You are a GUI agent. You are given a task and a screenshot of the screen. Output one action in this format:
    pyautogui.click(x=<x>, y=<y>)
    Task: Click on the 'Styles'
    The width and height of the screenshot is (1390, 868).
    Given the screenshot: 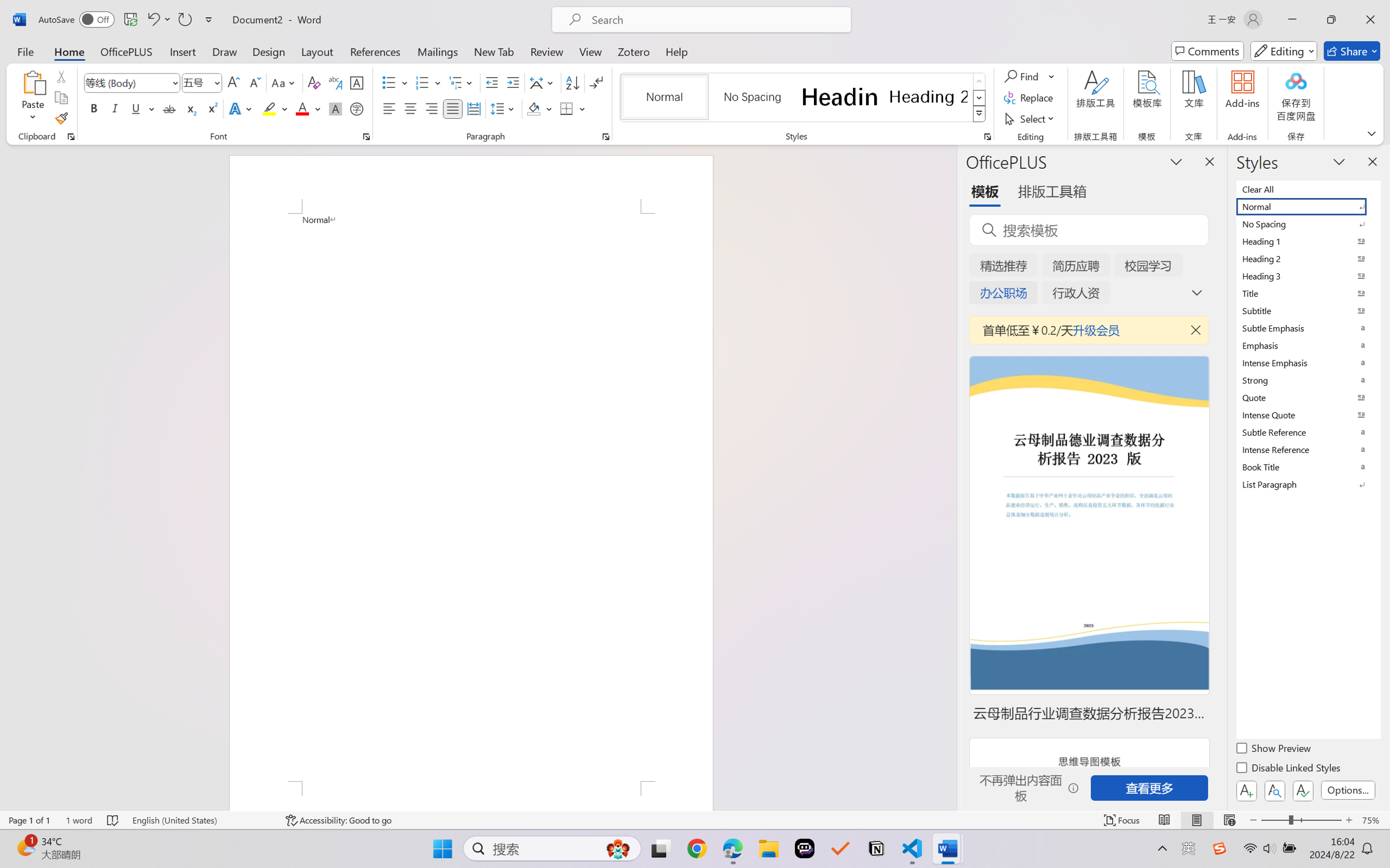 What is the action you would take?
    pyautogui.click(x=978, y=114)
    